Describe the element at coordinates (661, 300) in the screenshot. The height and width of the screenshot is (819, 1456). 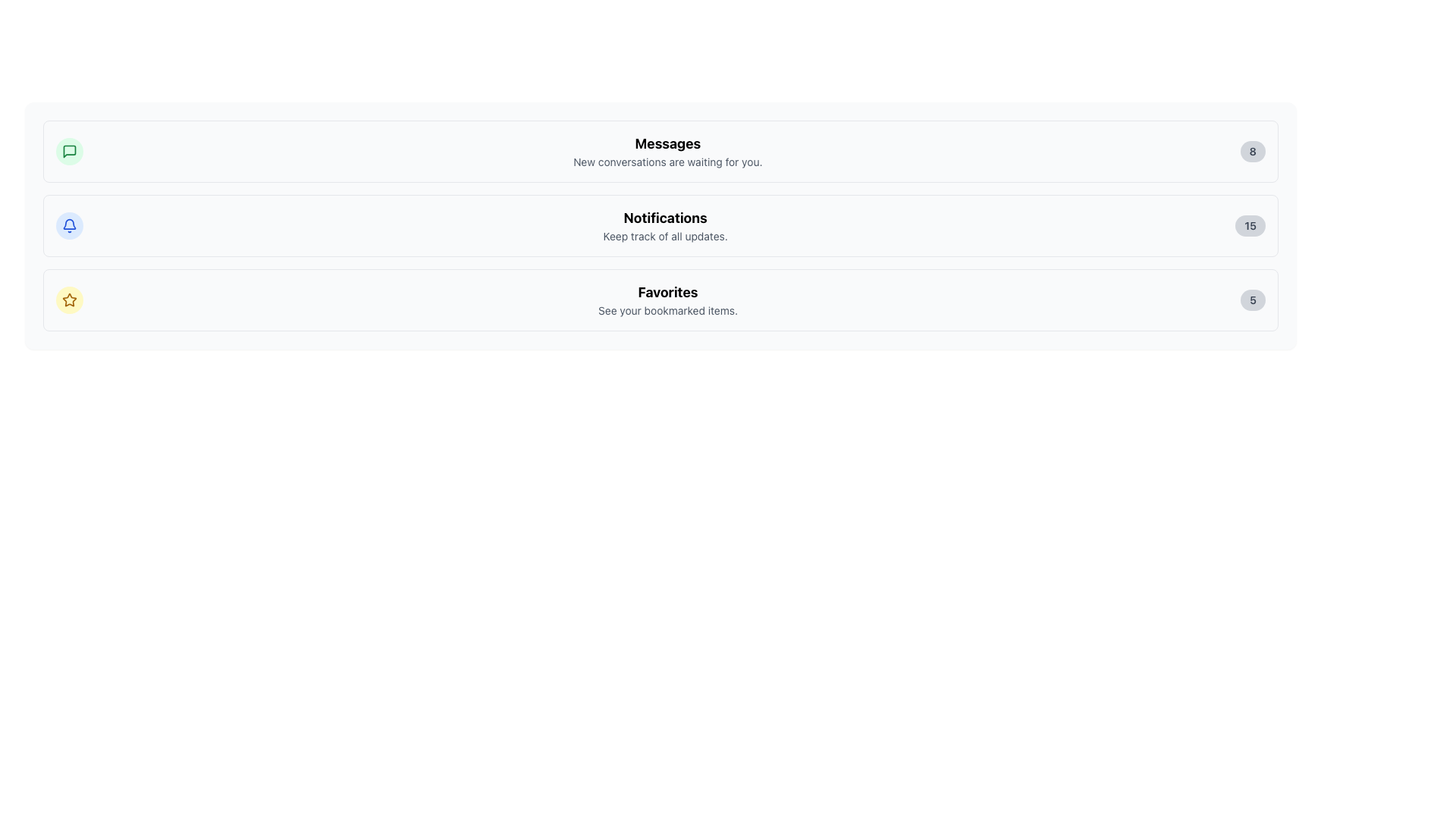
I see `the Favorites card element, which features a yellow star icon on the left, a bolded title 'Favorites', and a numeric indicator '5' in a gray circle` at that location.